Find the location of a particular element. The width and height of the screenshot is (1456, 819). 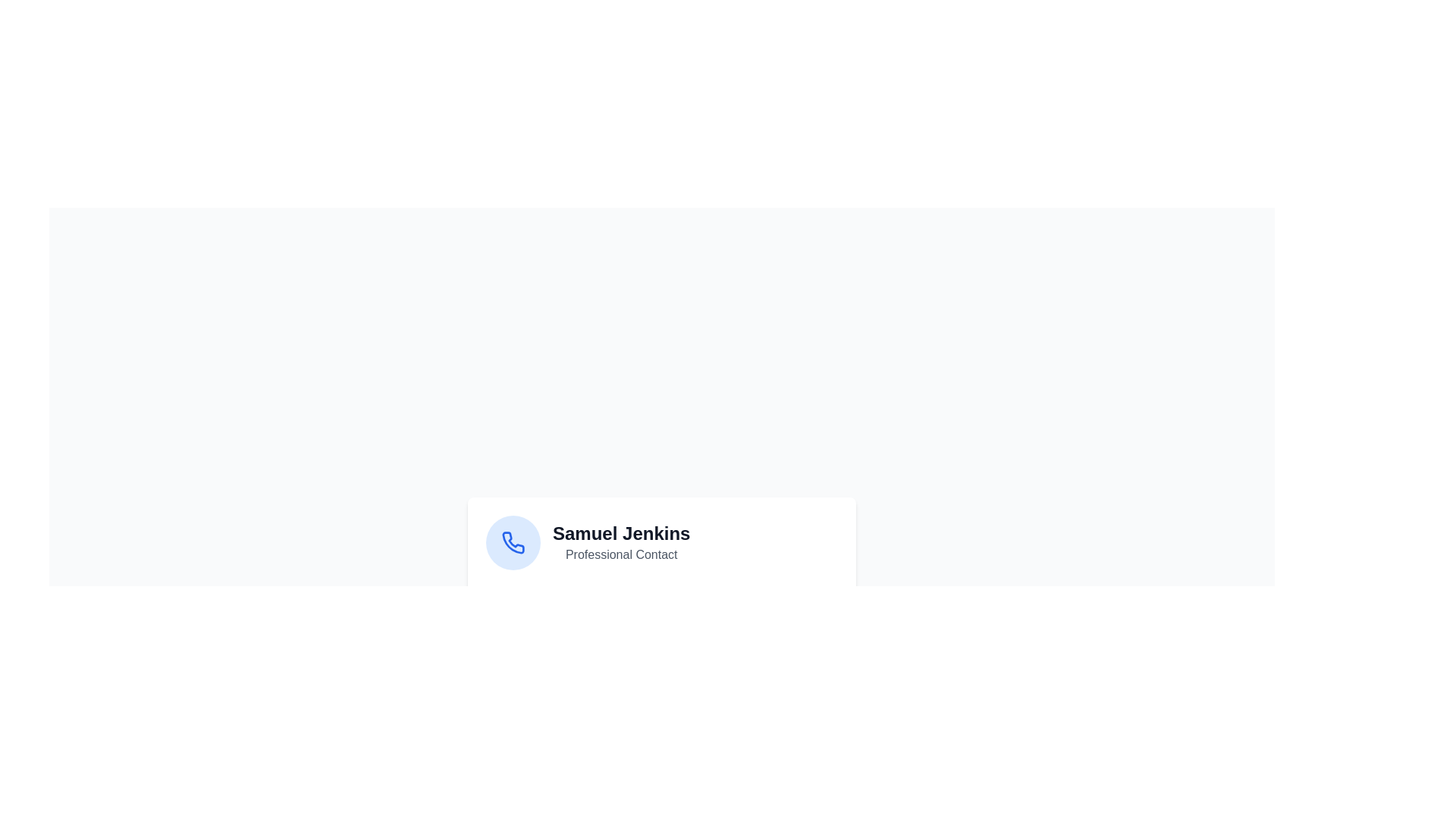

the static text block that identifies the name of a person in a contact card, located above 'Professional Contact' and beside a phone icon is located at coordinates (621, 533).